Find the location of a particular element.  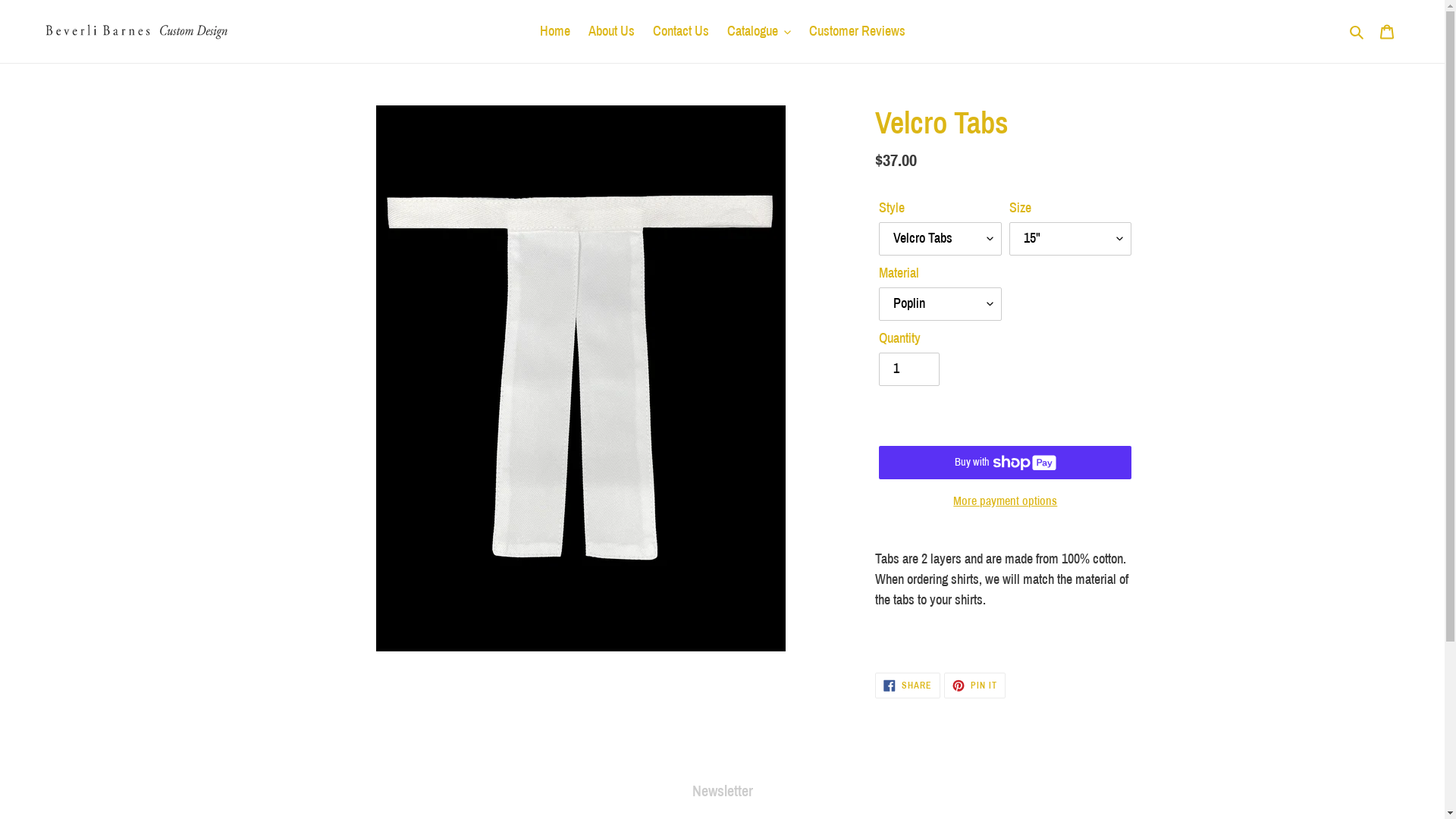

'SHARE is located at coordinates (907, 685).